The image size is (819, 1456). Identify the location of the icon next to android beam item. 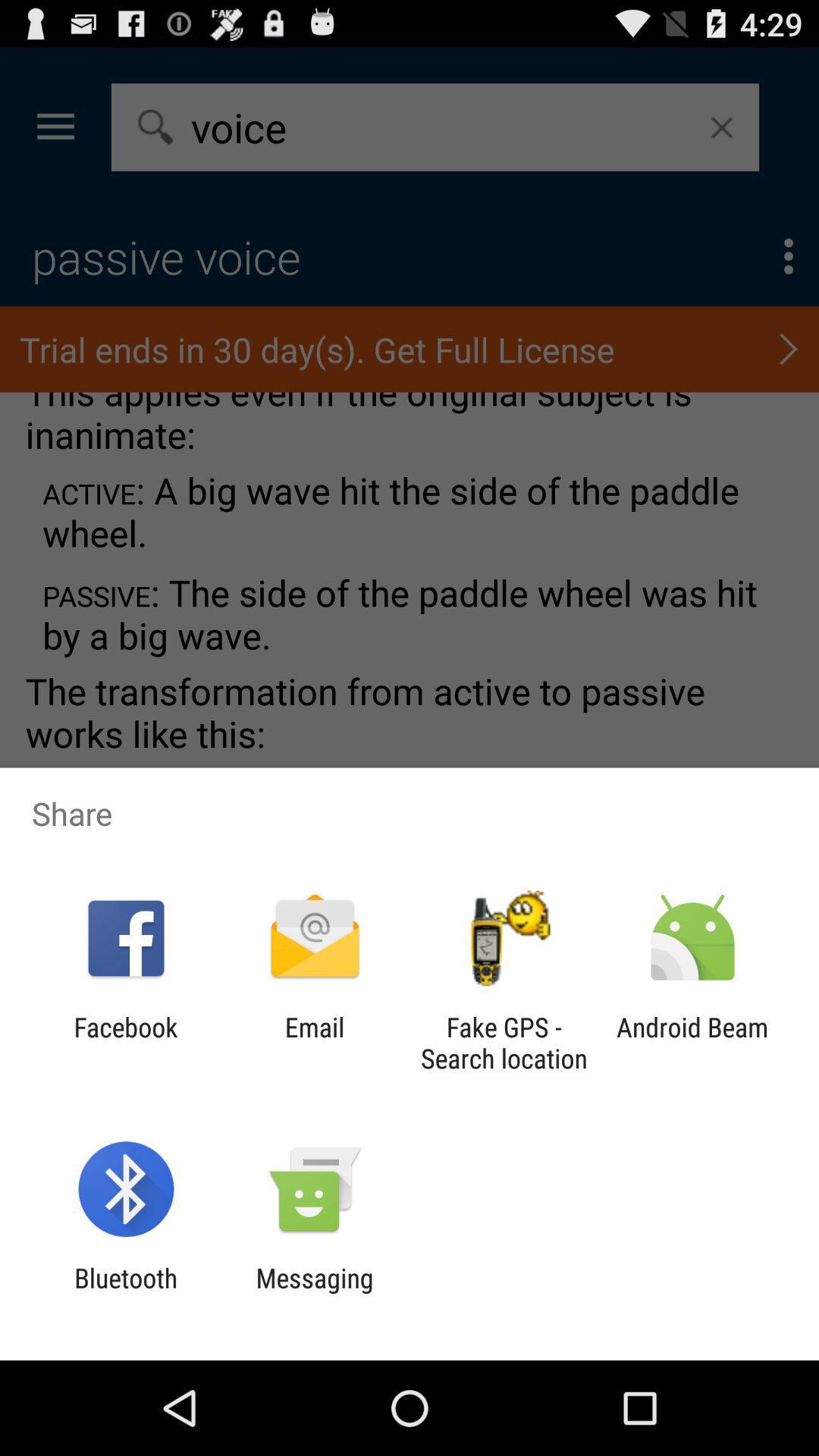
(504, 1042).